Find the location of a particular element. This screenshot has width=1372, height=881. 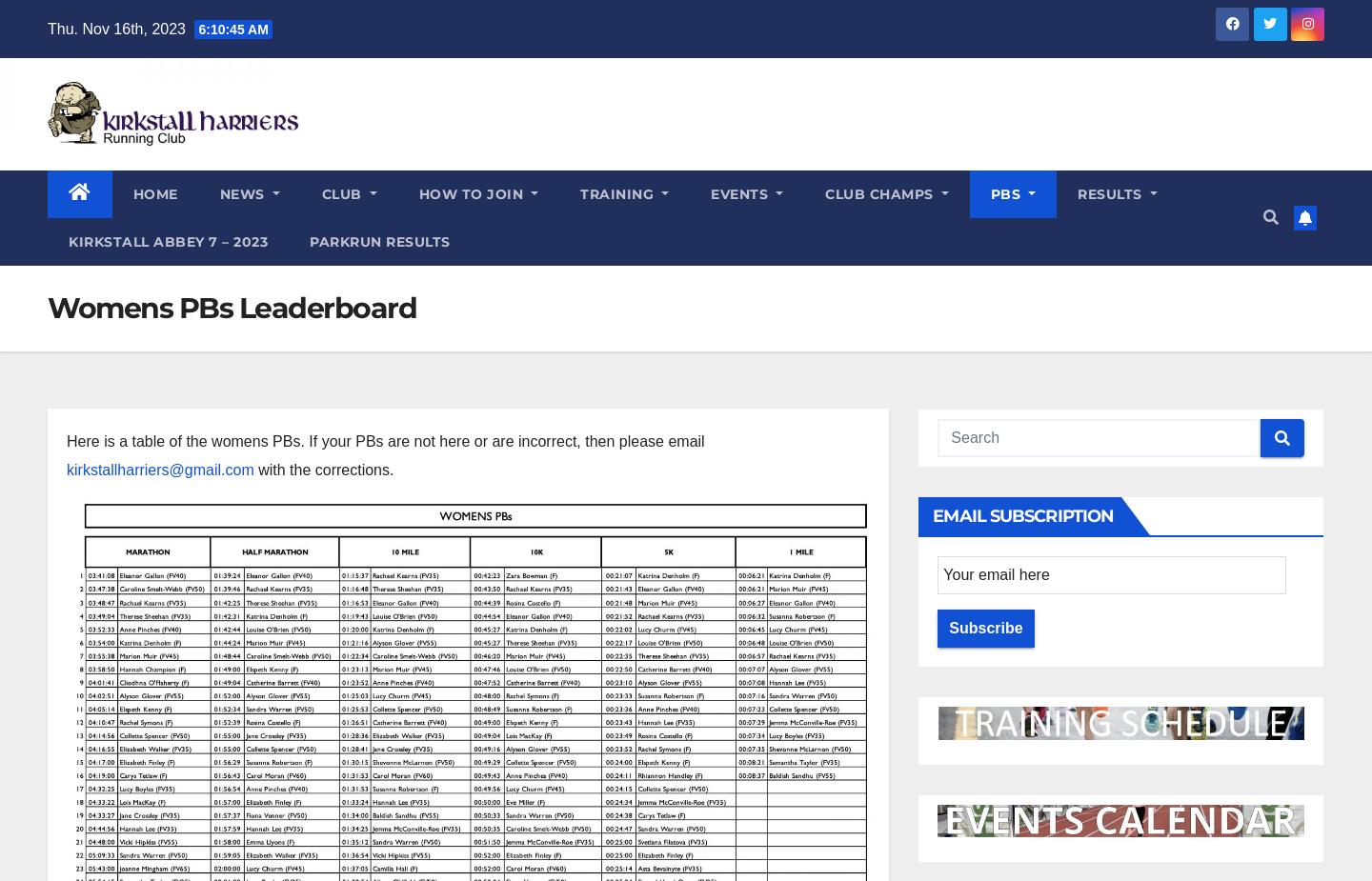

'News' is located at coordinates (243, 192).